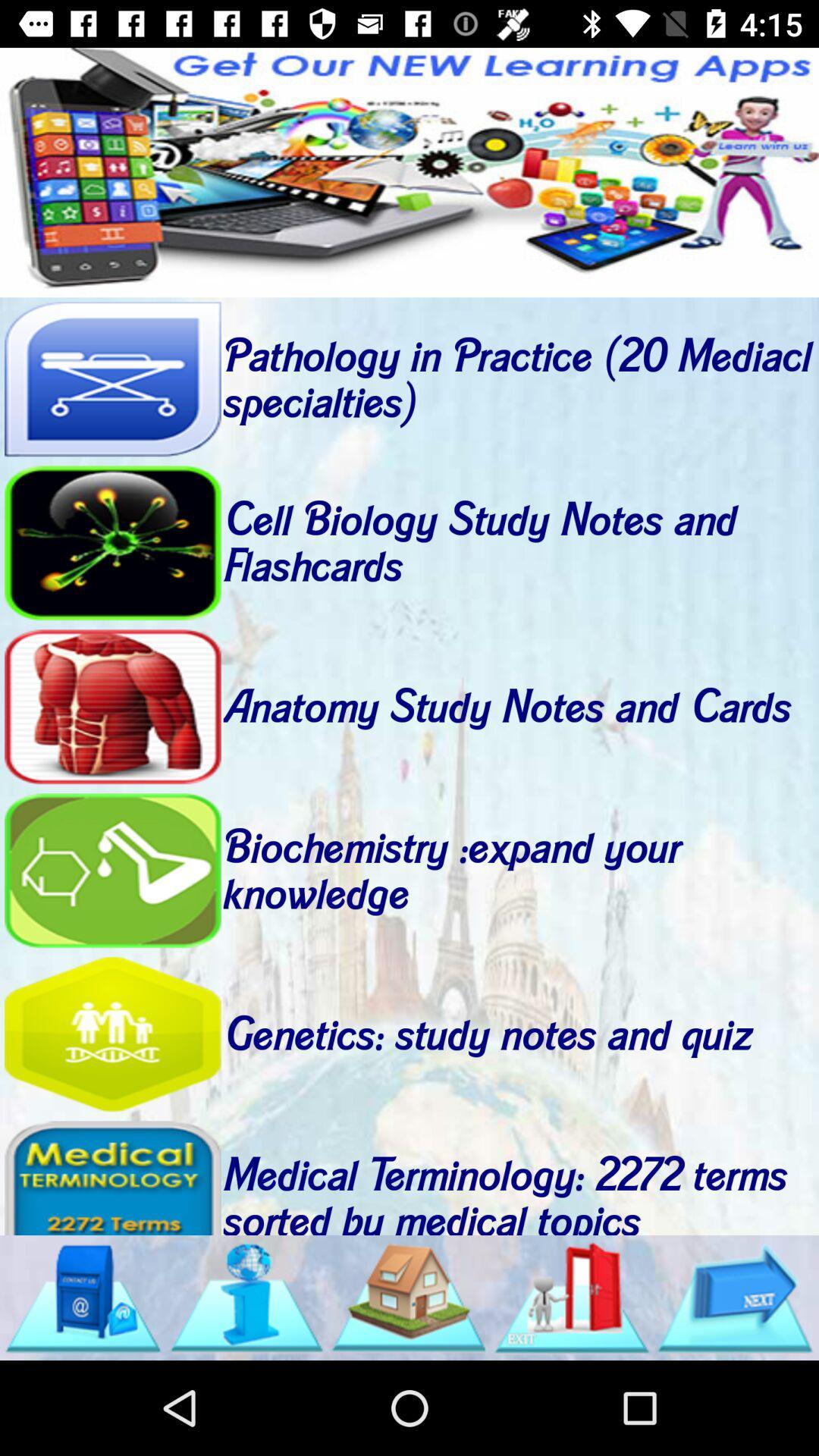 The height and width of the screenshot is (1456, 819). I want to click on medical terminology, so click(111, 1176).